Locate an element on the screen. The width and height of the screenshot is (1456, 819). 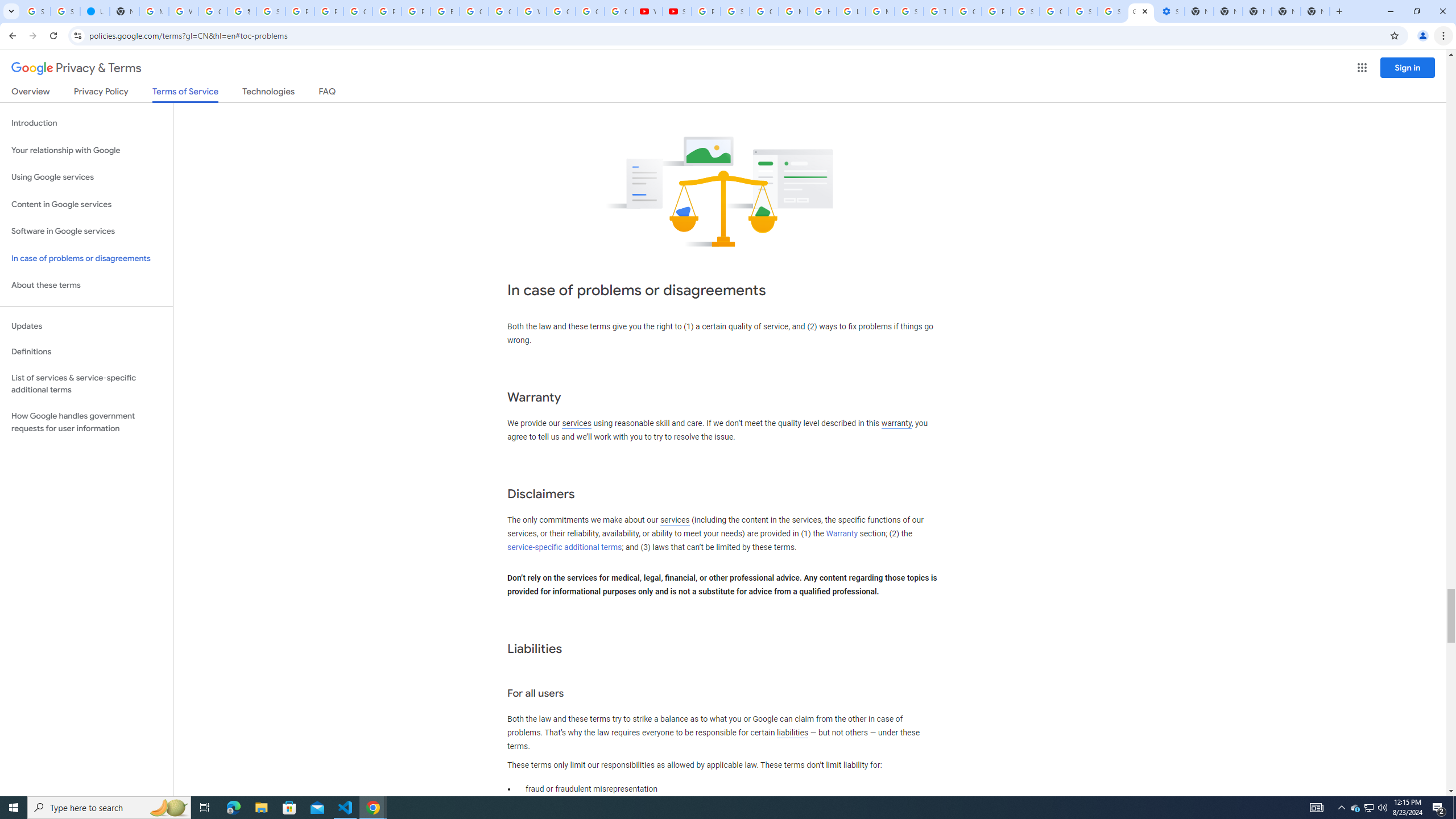
'Definitions' is located at coordinates (86, 351).